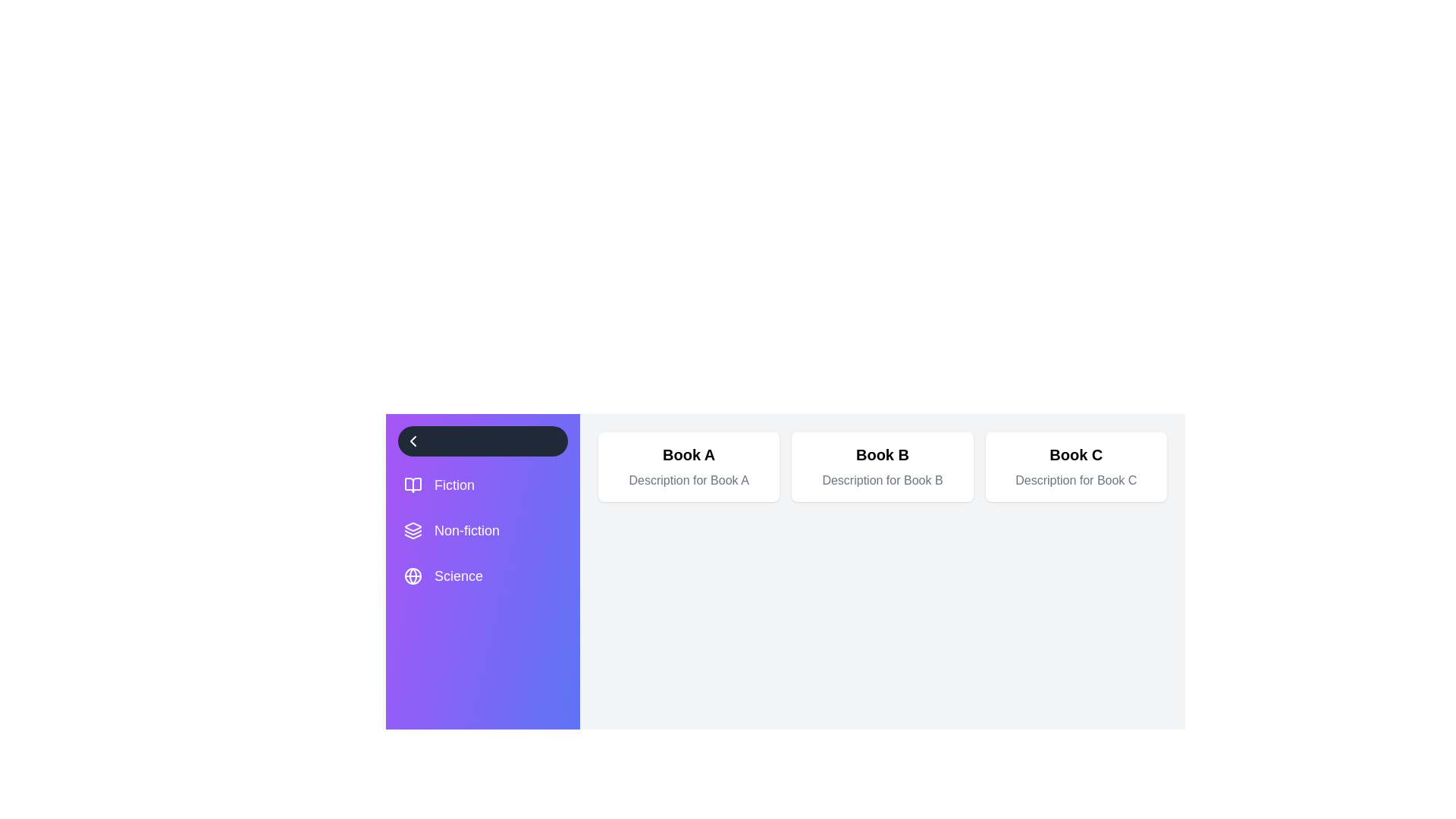 The height and width of the screenshot is (819, 1456). Describe the element at coordinates (882, 466) in the screenshot. I see `the card representing Book B` at that location.